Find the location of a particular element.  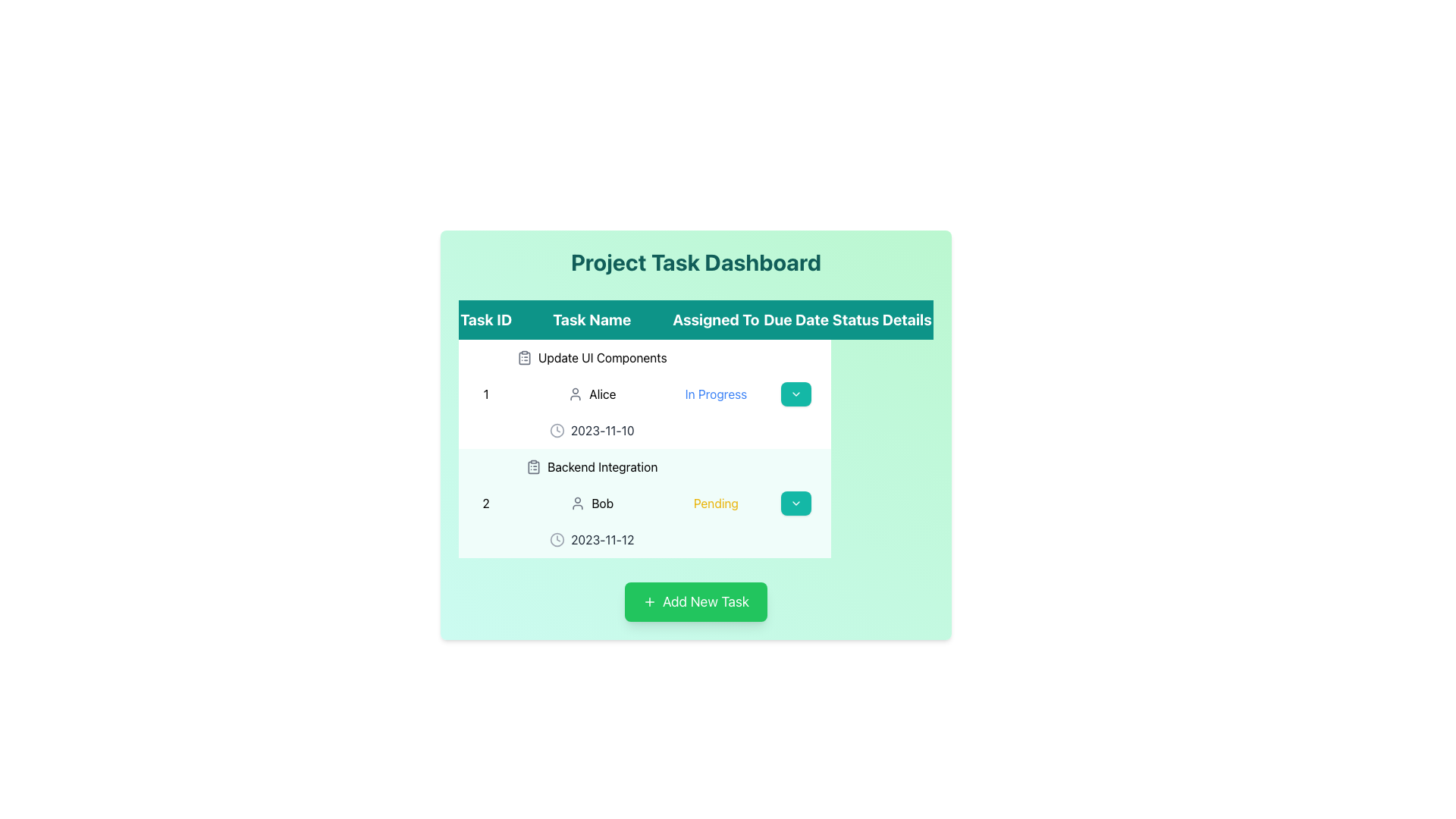

the 'Pending' text label in yellow font located in the 'Status' column of the second row under 'Backend Integration' is located at coordinates (715, 503).